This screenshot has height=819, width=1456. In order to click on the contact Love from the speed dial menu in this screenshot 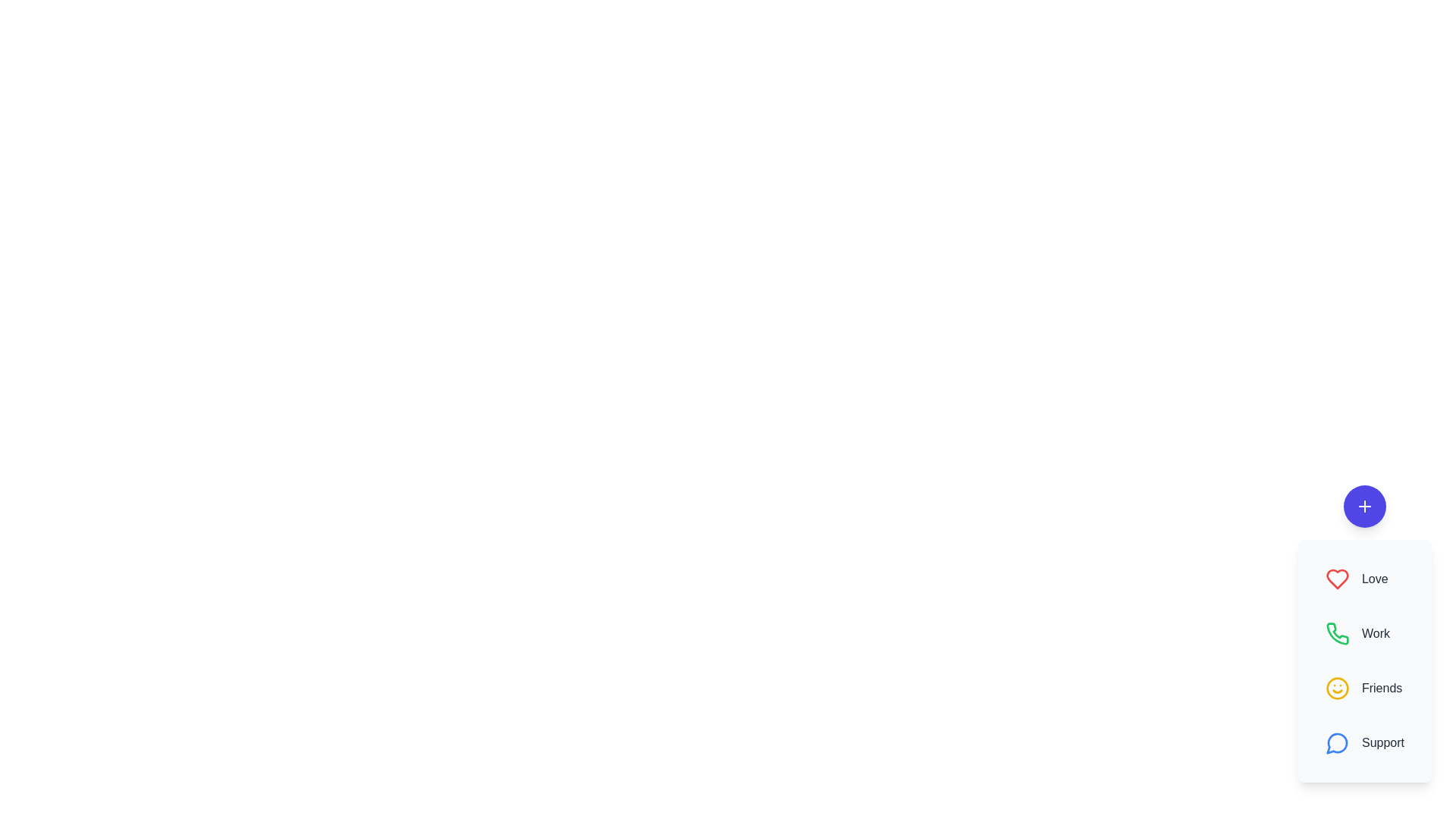, I will do `click(1365, 579)`.